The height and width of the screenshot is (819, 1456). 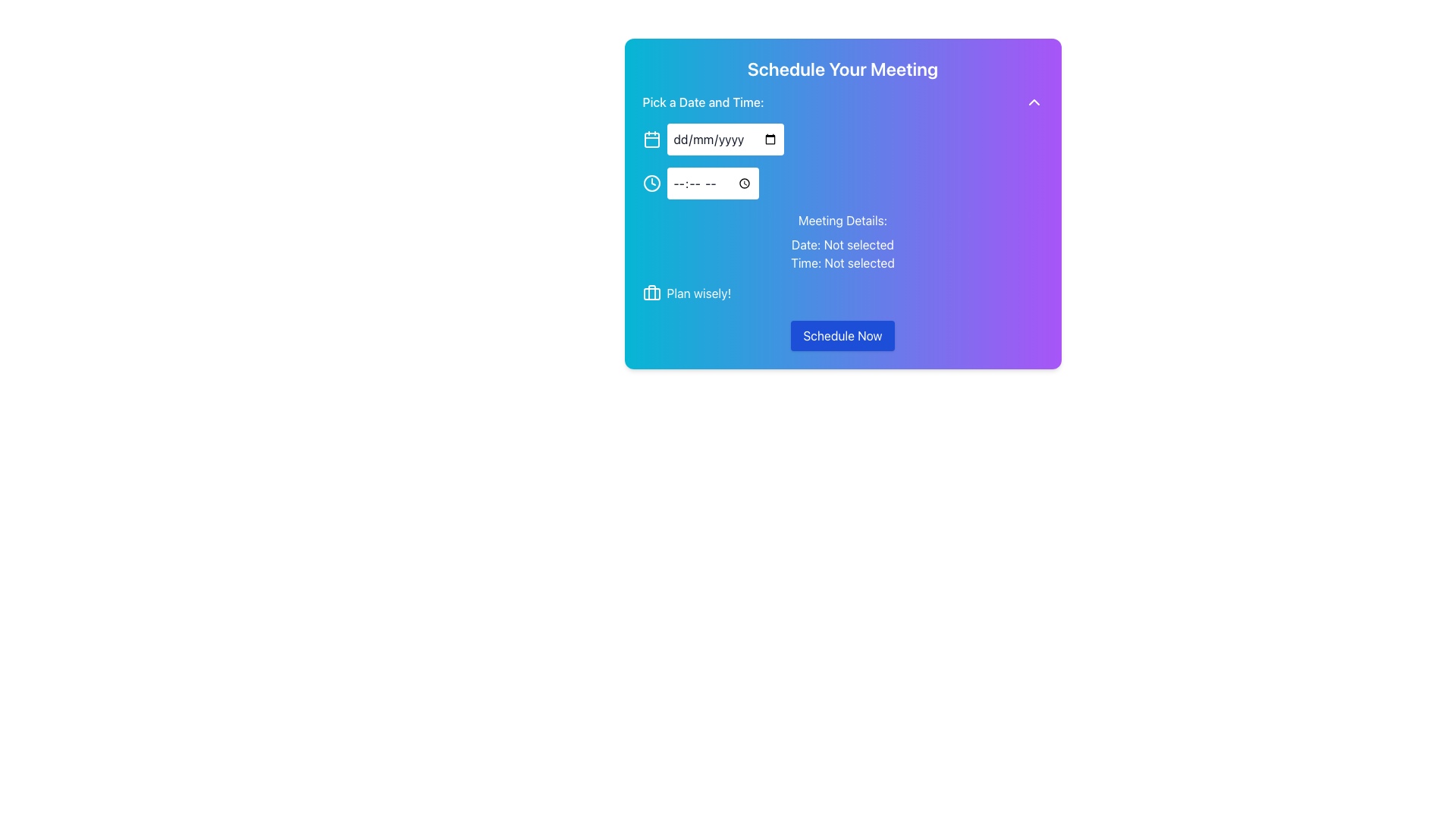 What do you see at coordinates (842, 69) in the screenshot?
I see `static text header displaying 'Schedule Your Meeting', which is centrally aligned and prominently styled in a large, bold white font against a gradient background` at bounding box center [842, 69].